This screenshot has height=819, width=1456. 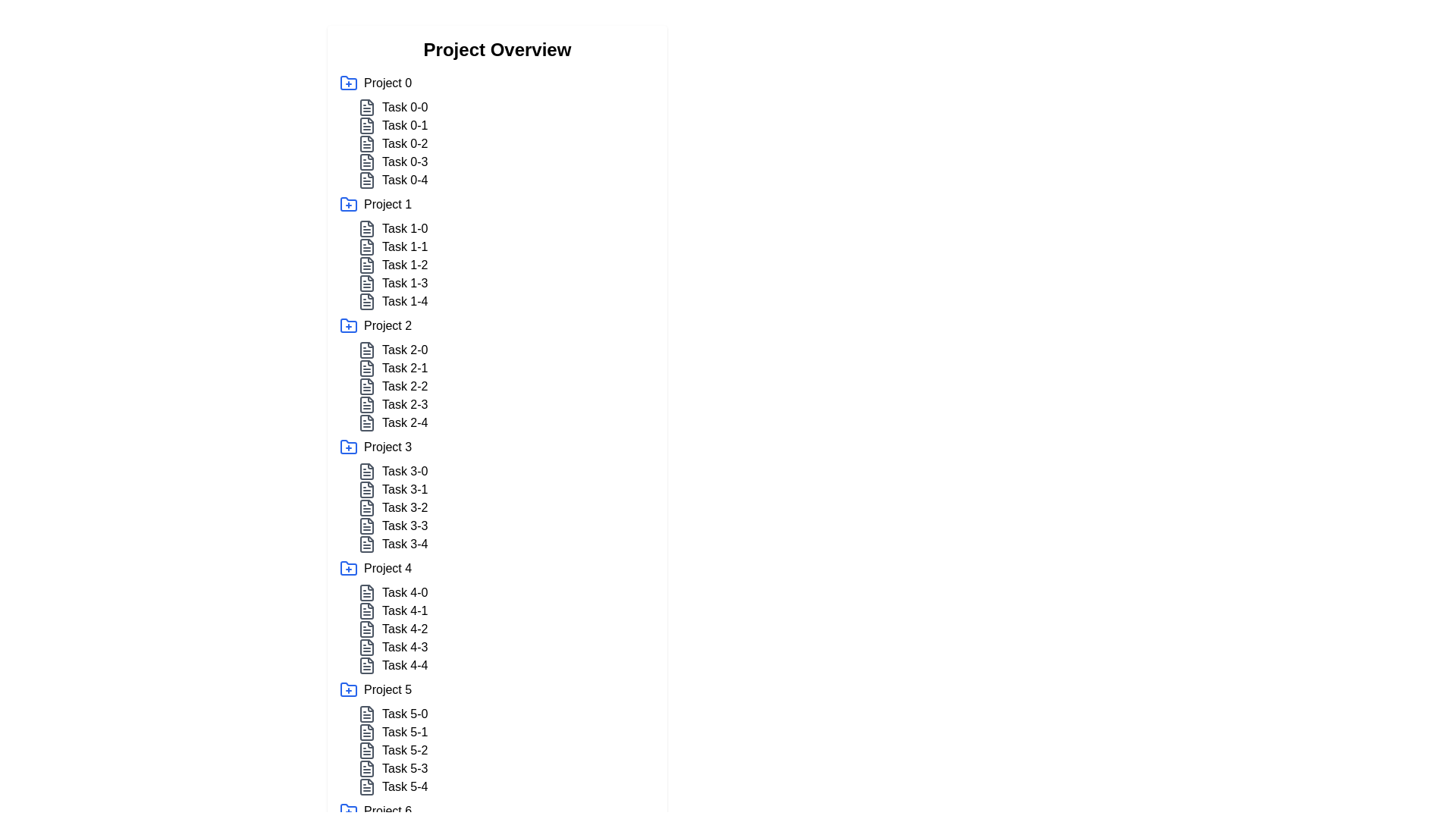 I want to click on the icon representing 'Task 1-1', which is positioned immediately to the left of the task label in the list of tasks under 'Project 1', so click(x=367, y=246).